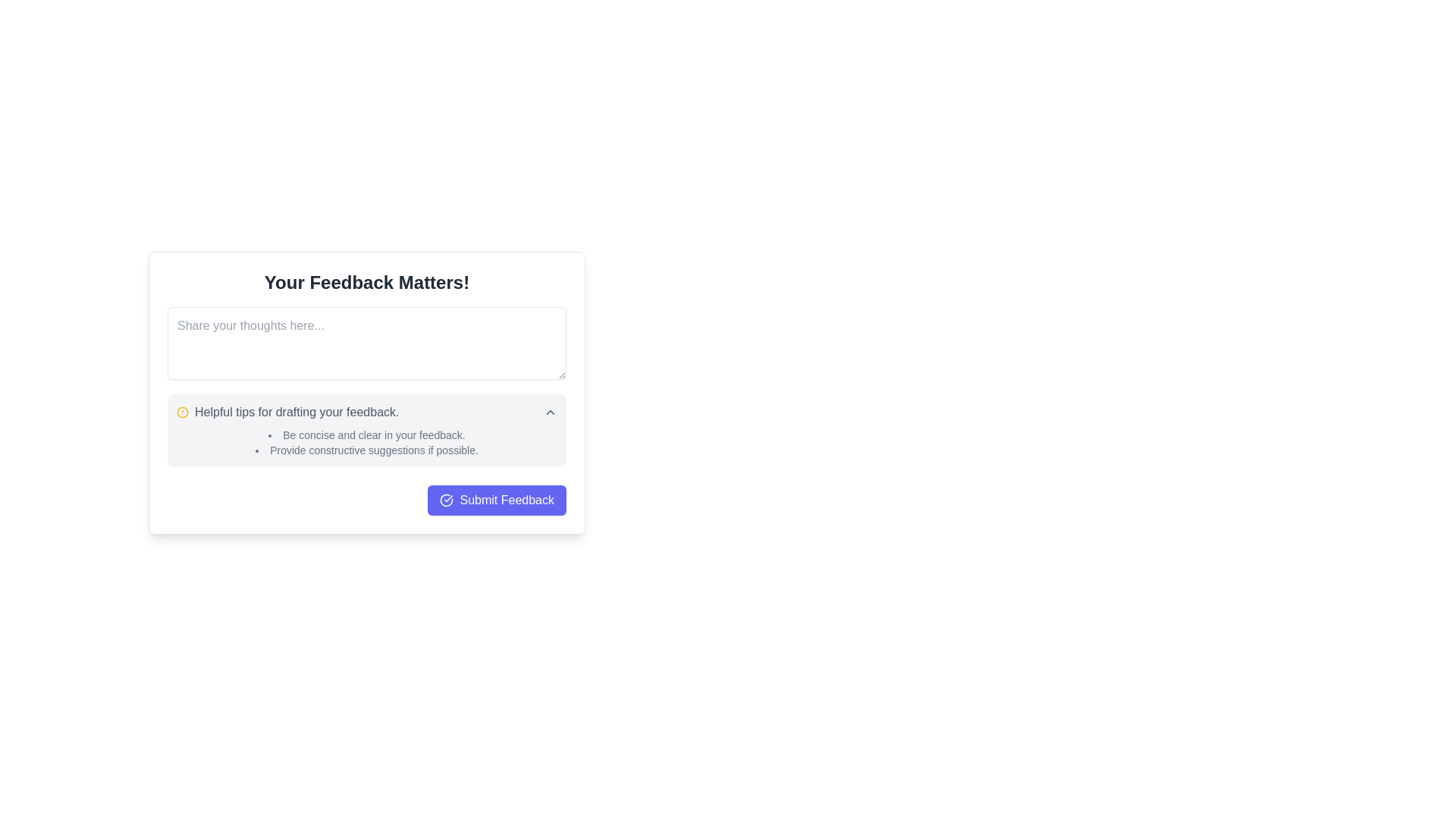 This screenshot has width=1456, height=819. Describe the element at coordinates (367, 442) in the screenshot. I see `the Text block in list format that provides helpful, actionable tips for users filling out feedback forms, located below the 'Helpful tips for drafting your feedback' section` at that location.